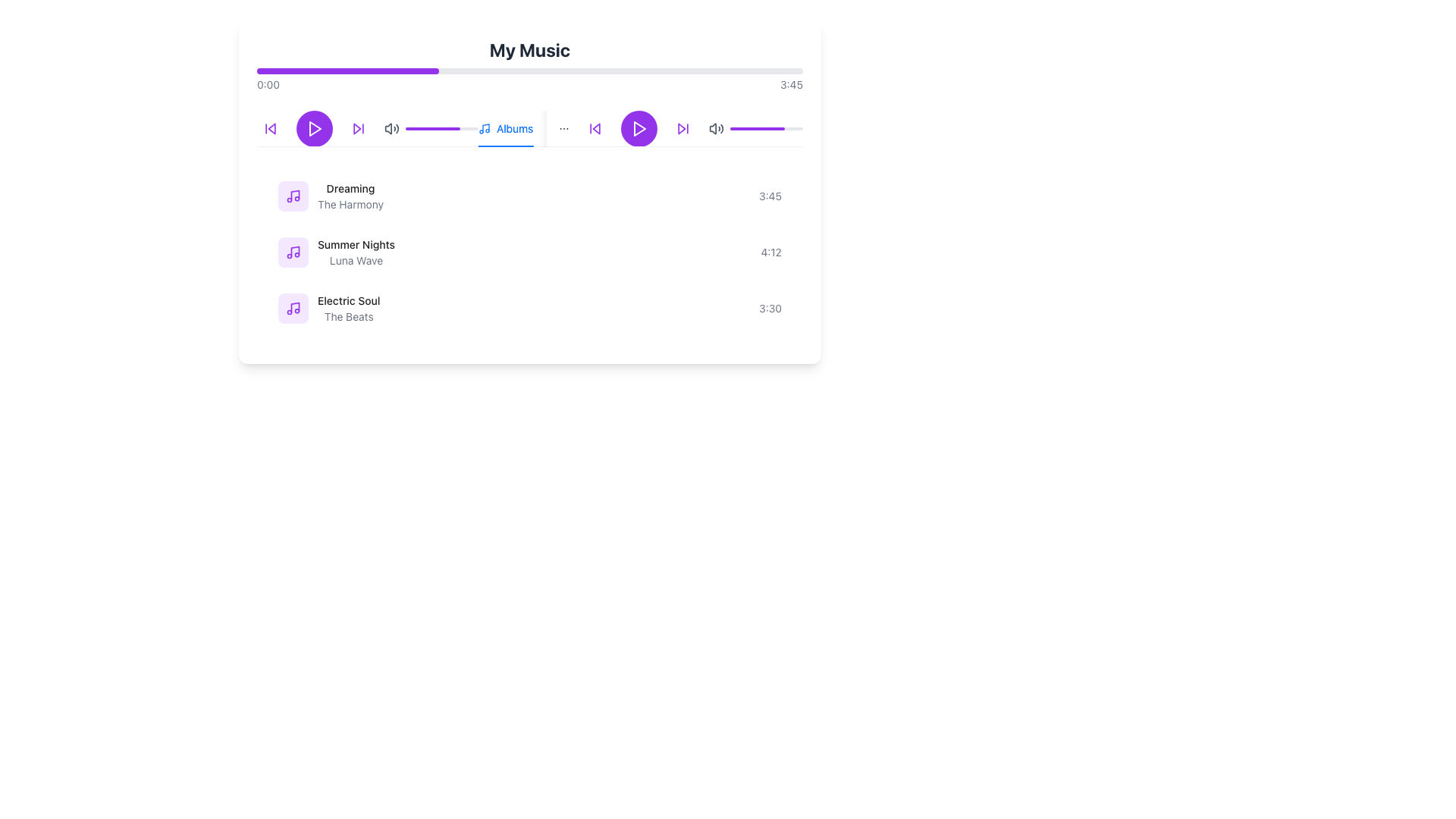 The height and width of the screenshot is (819, 1456). I want to click on the active 'Albums' navigation tab, which is located, so click(506, 127).